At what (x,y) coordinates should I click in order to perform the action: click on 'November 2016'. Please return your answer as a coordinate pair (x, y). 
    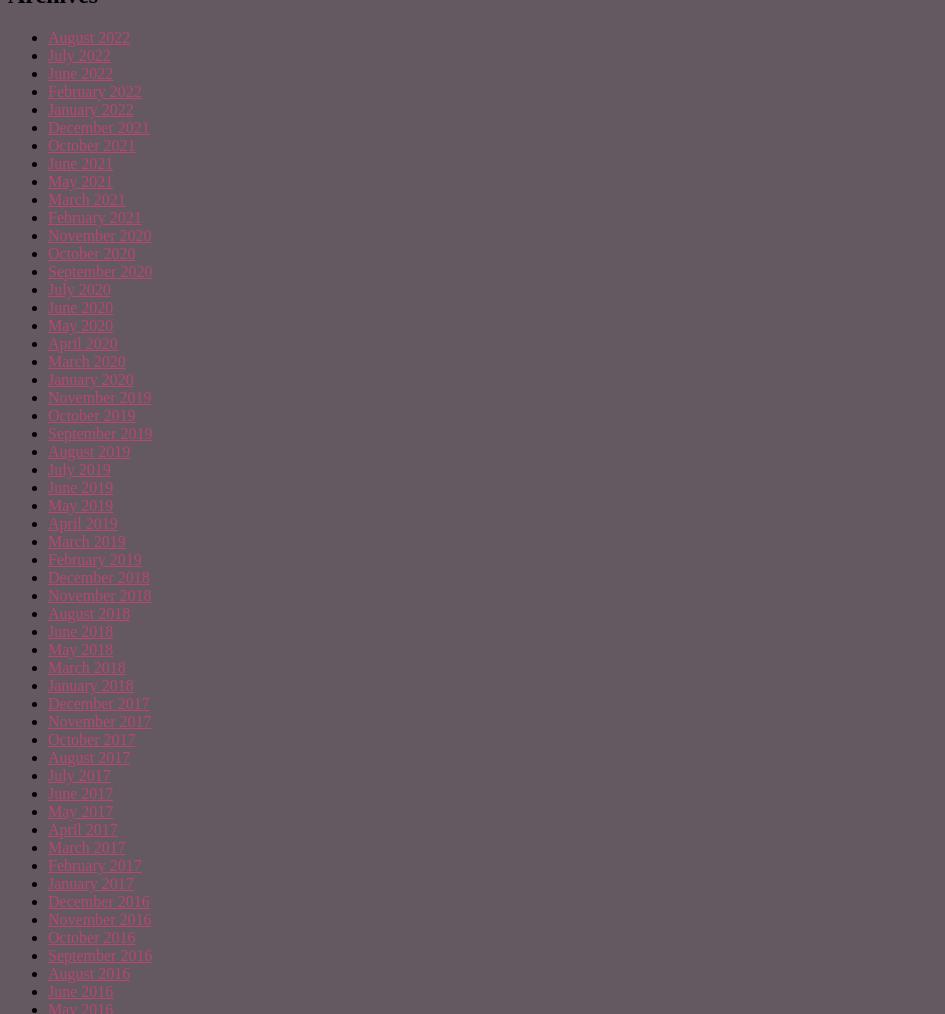
    Looking at the image, I should click on (98, 918).